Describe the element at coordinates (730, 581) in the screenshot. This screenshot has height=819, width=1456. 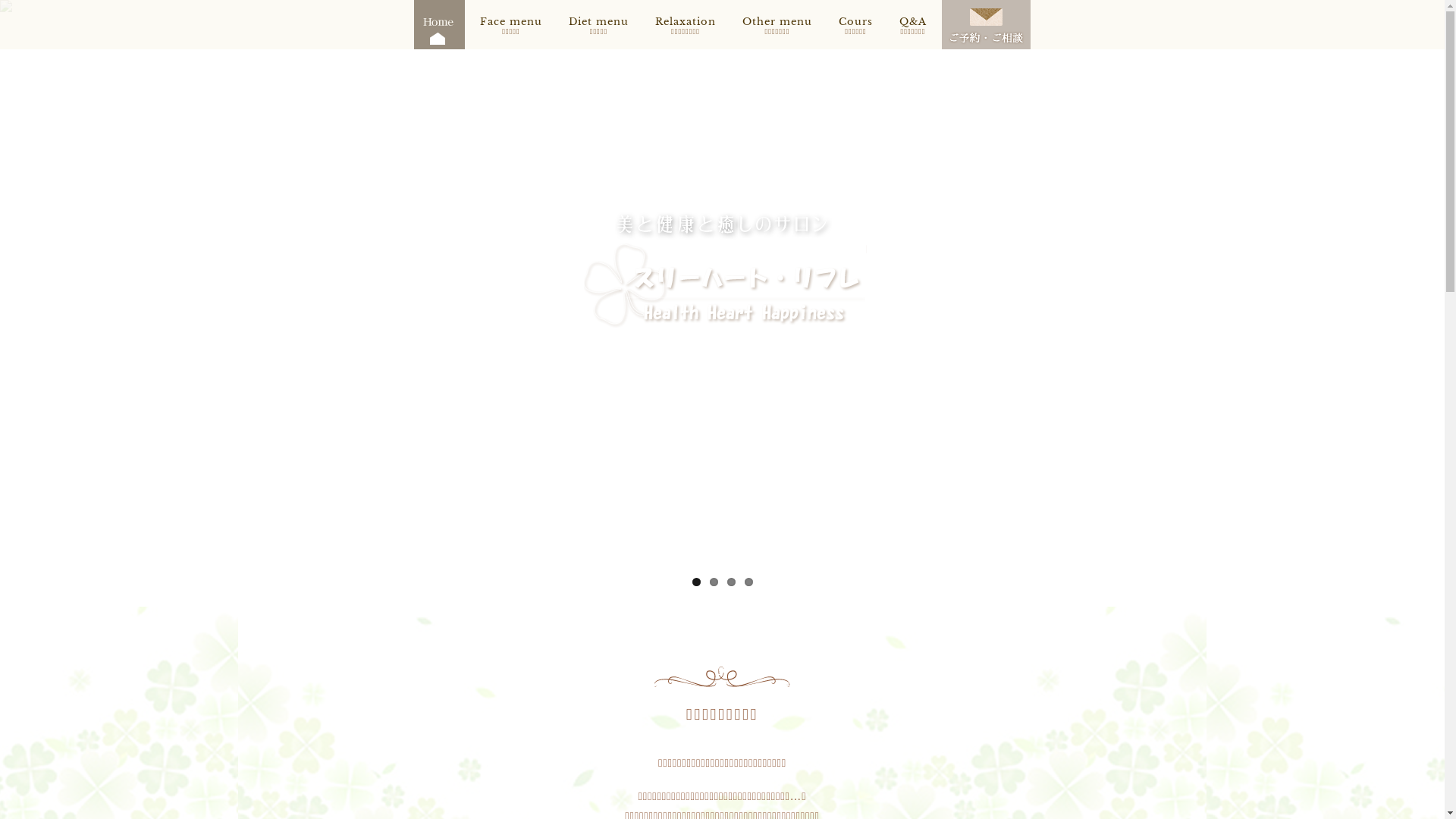
I see `'3'` at that location.